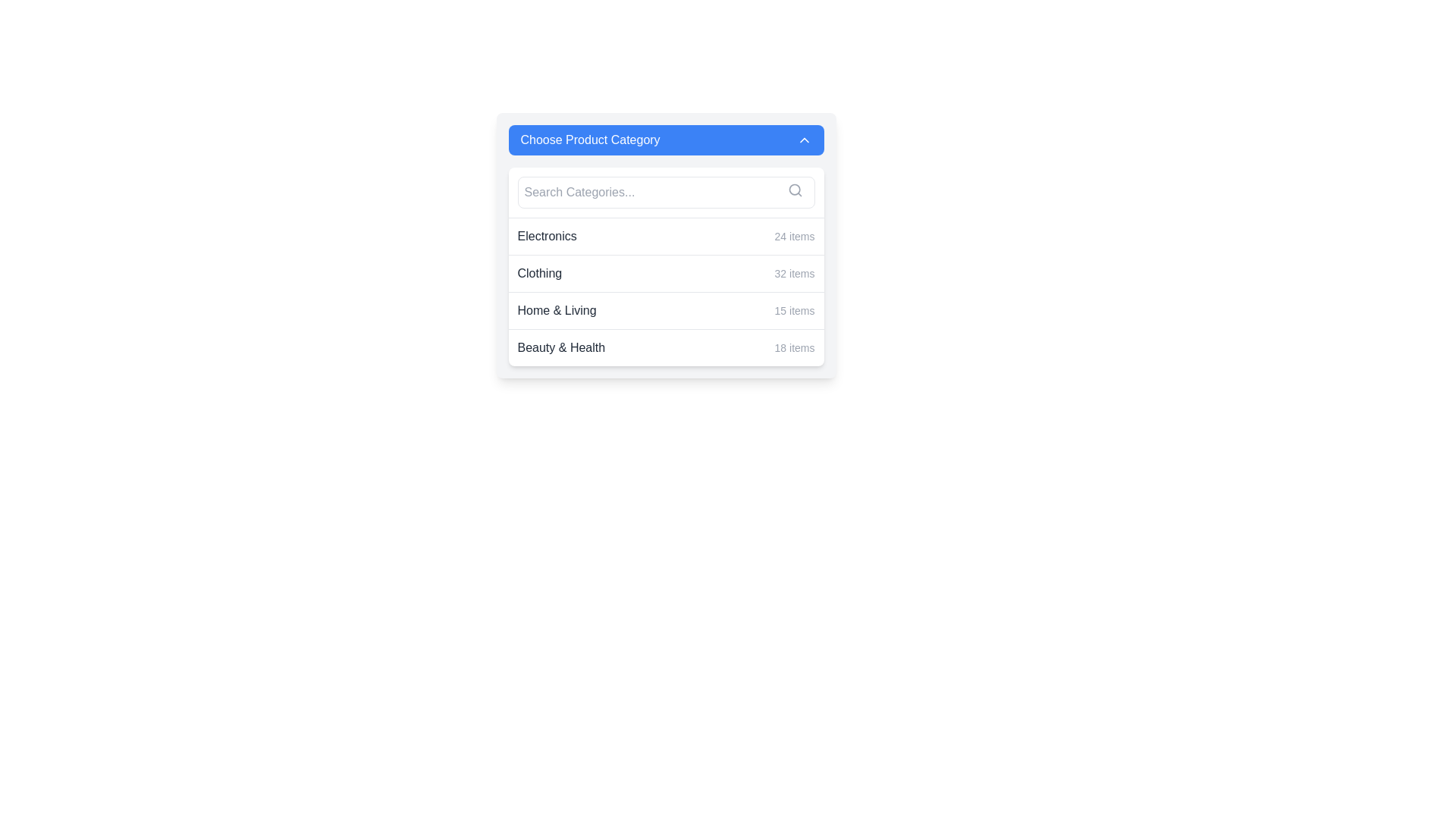  I want to click on the textual label reading '32 items' which is styled in light gray color and positioned to the right of the 'Clothing' label in a dropdown-like interface, so click(794, 274).